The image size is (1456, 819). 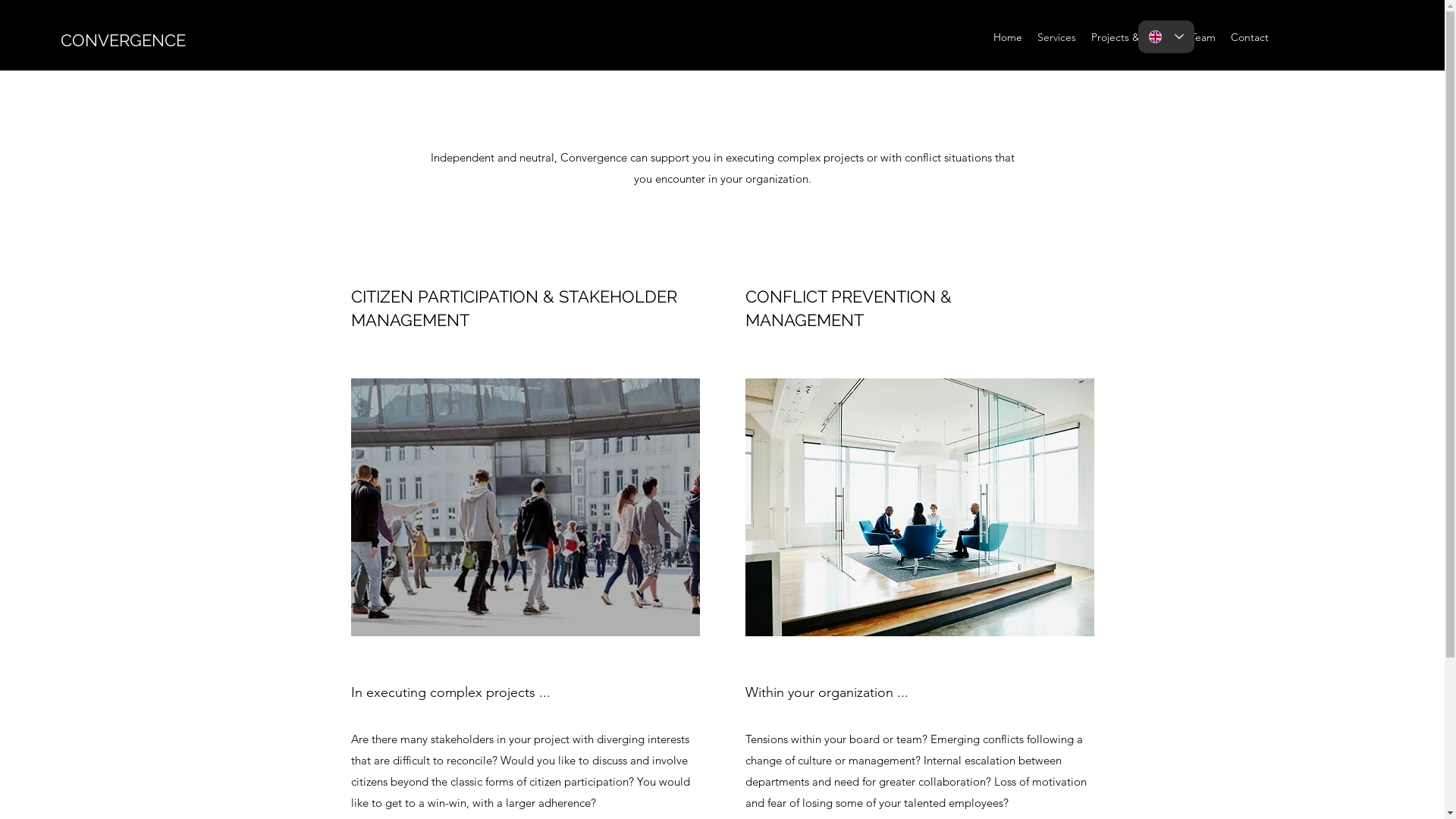 What do you see at coordinates (1133, 36) in the screenshot?
I see `'Projects & Clients'` at bounding box center [1133, 36].